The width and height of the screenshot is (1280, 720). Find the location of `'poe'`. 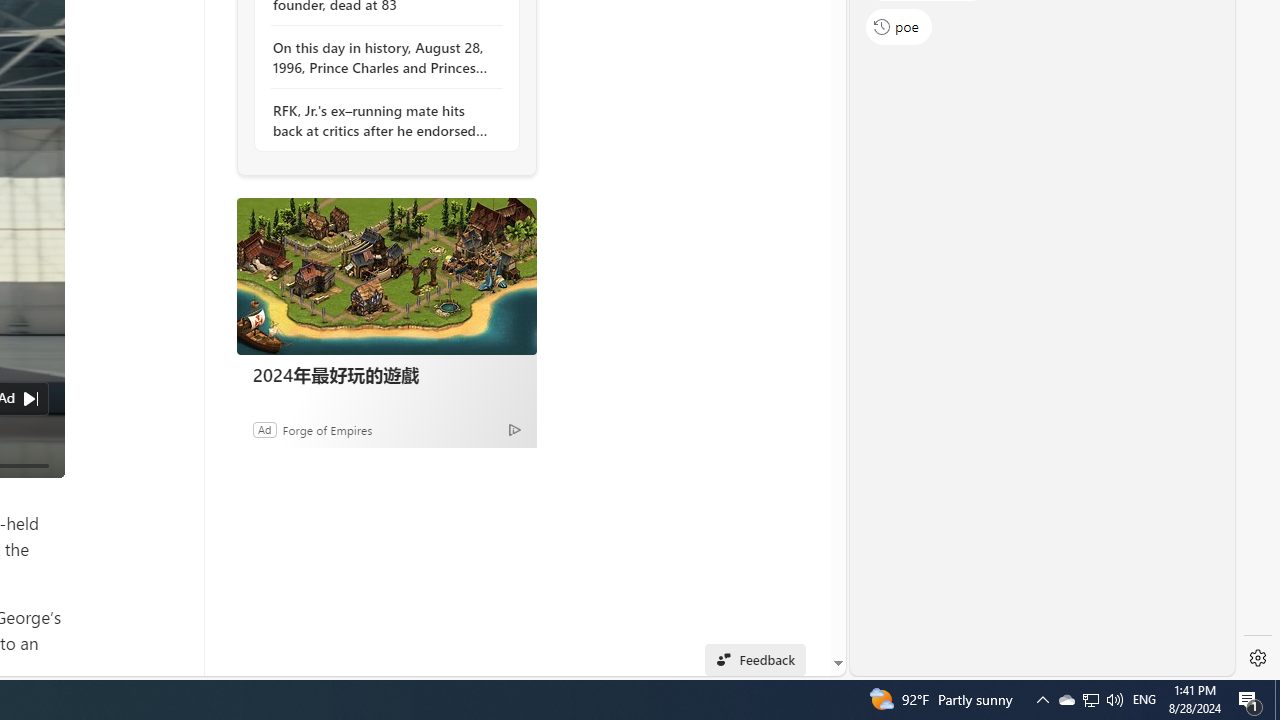

'poe' is located at coordinates (898, 26).